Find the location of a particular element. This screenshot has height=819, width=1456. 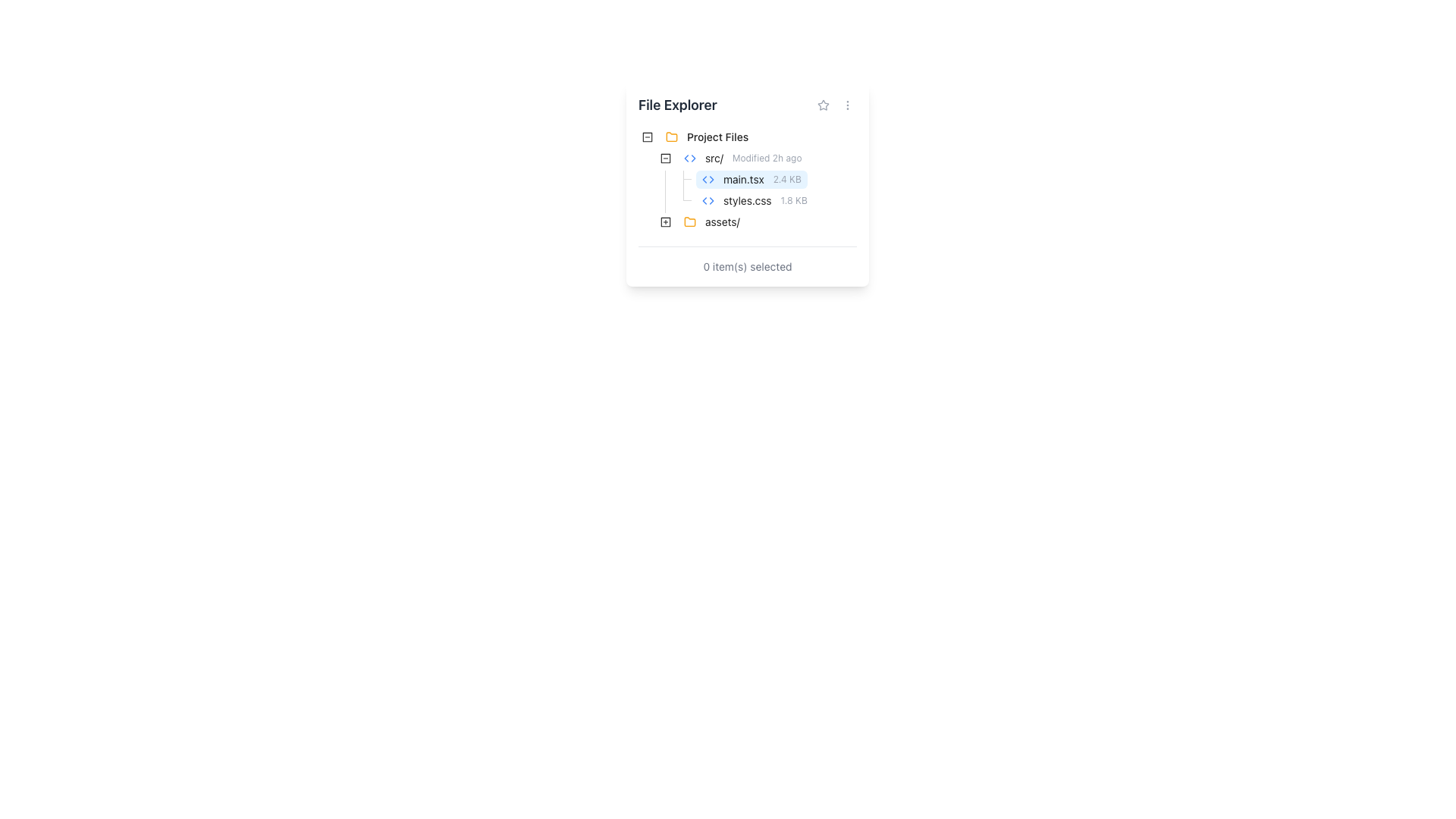

the informational text displaying '0 item(s) selected', which is located at the bottom of a bordered section in the file explorer interface is located at coordinates (747, 265).